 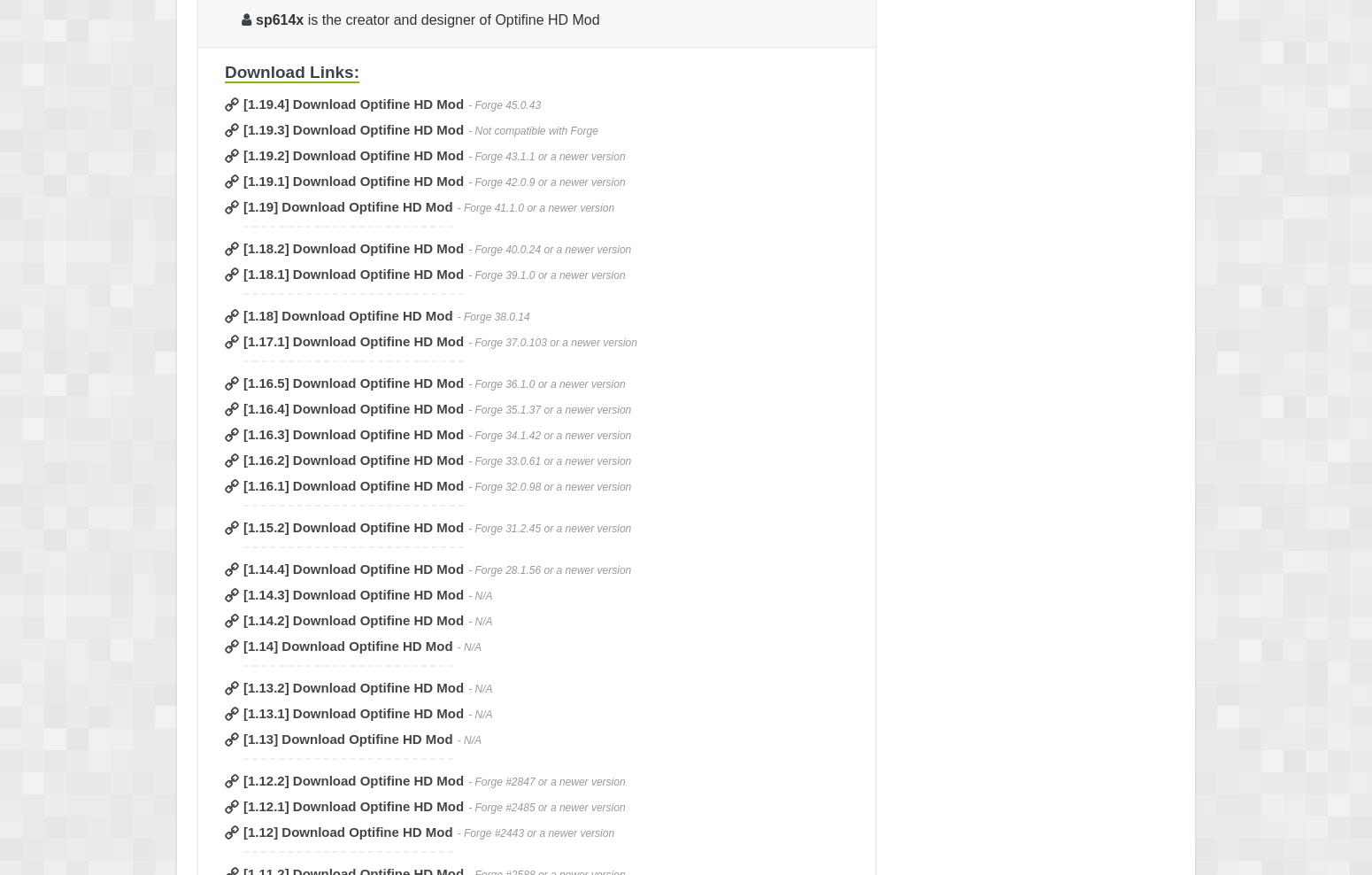 What do you see at coordinates (549, 248) in the screenshot?
I see `'- Forge 40.0.24 or a newer version'` at bounding box center [549, 248].